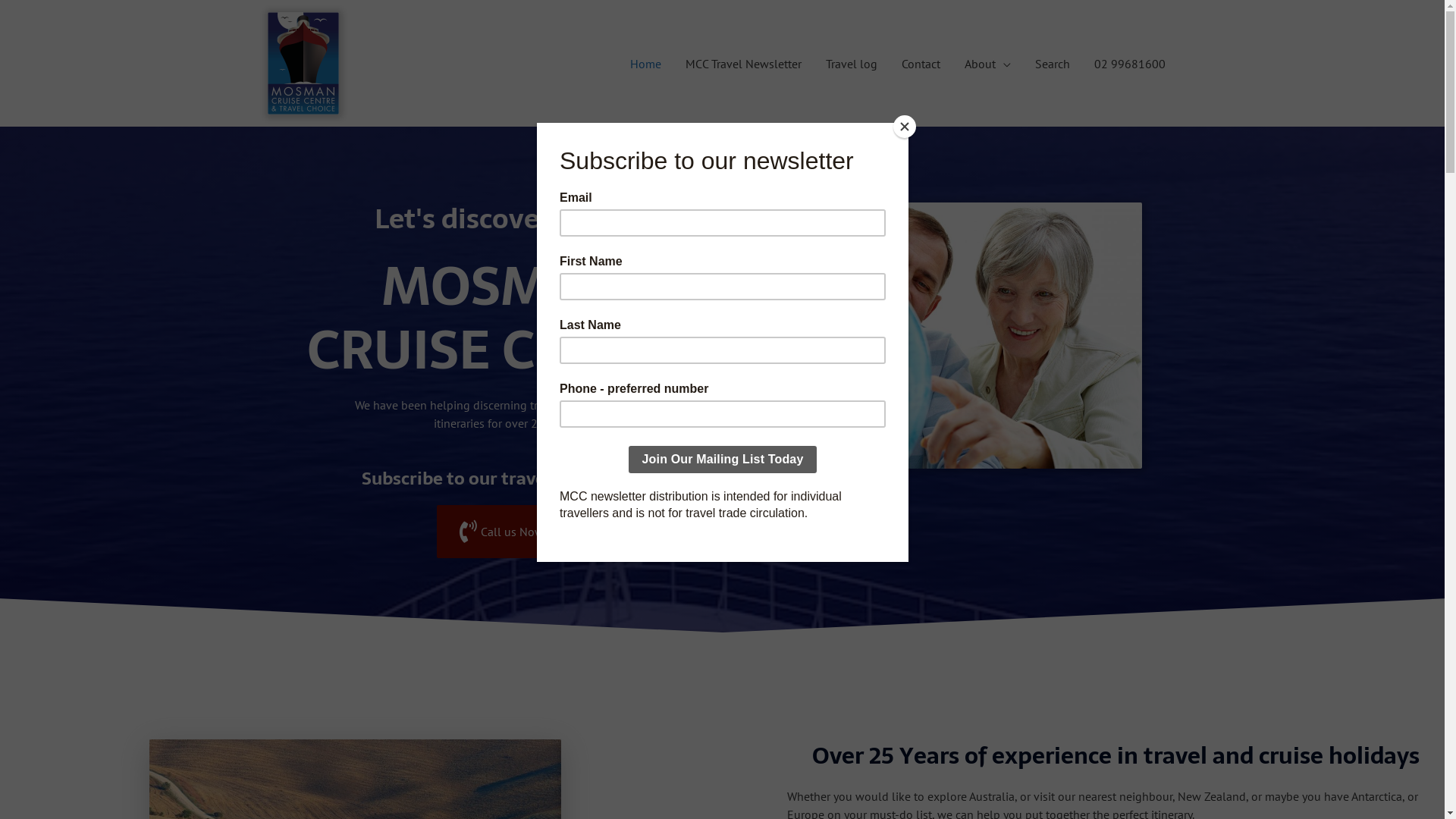  I want to click on '02 99681600', so click(1128, 62).